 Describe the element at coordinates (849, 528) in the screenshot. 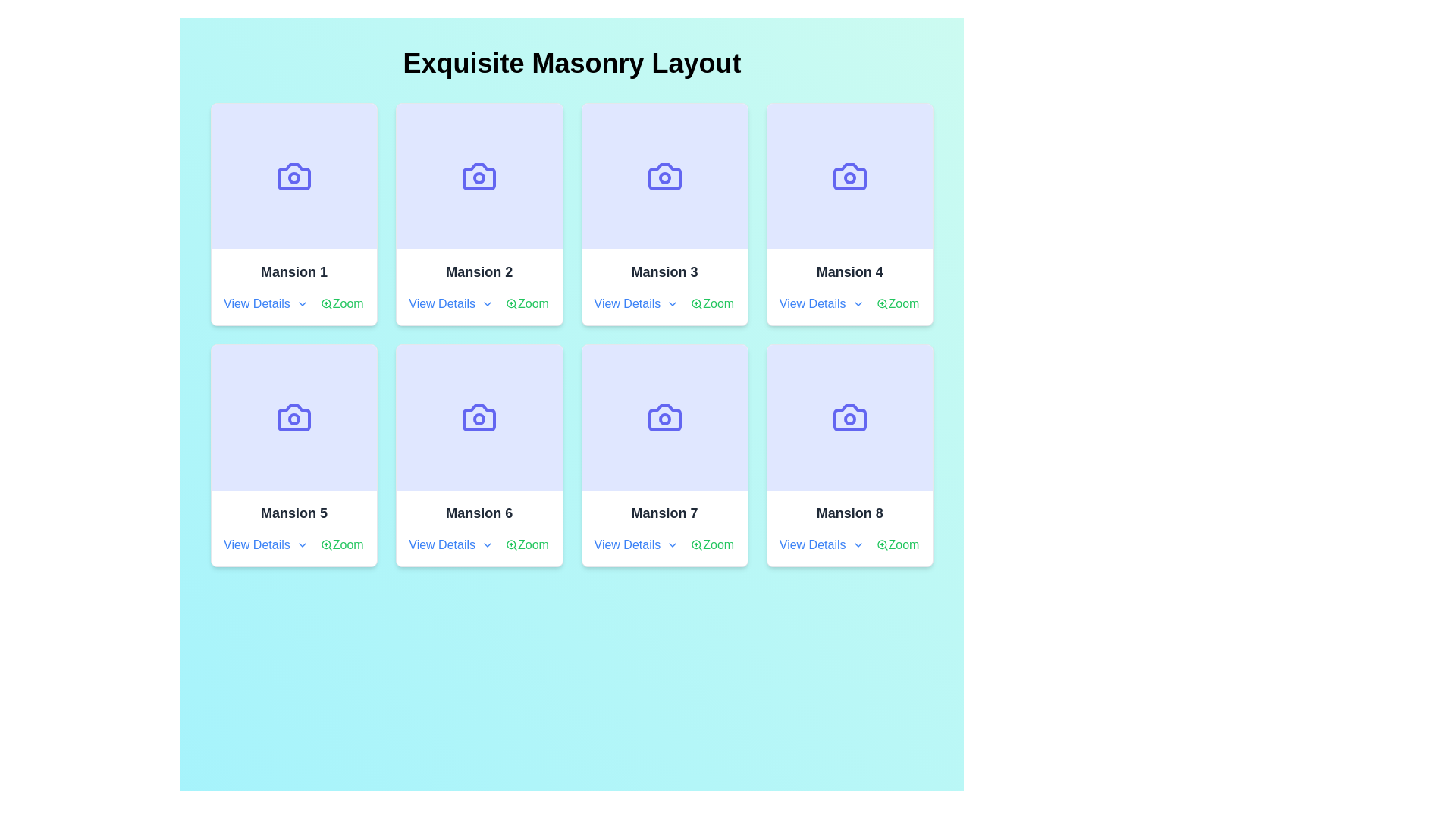

I see `the interactive links in the 'Mansion 8' information card located in the bottom-right corner of the layout` at that location.